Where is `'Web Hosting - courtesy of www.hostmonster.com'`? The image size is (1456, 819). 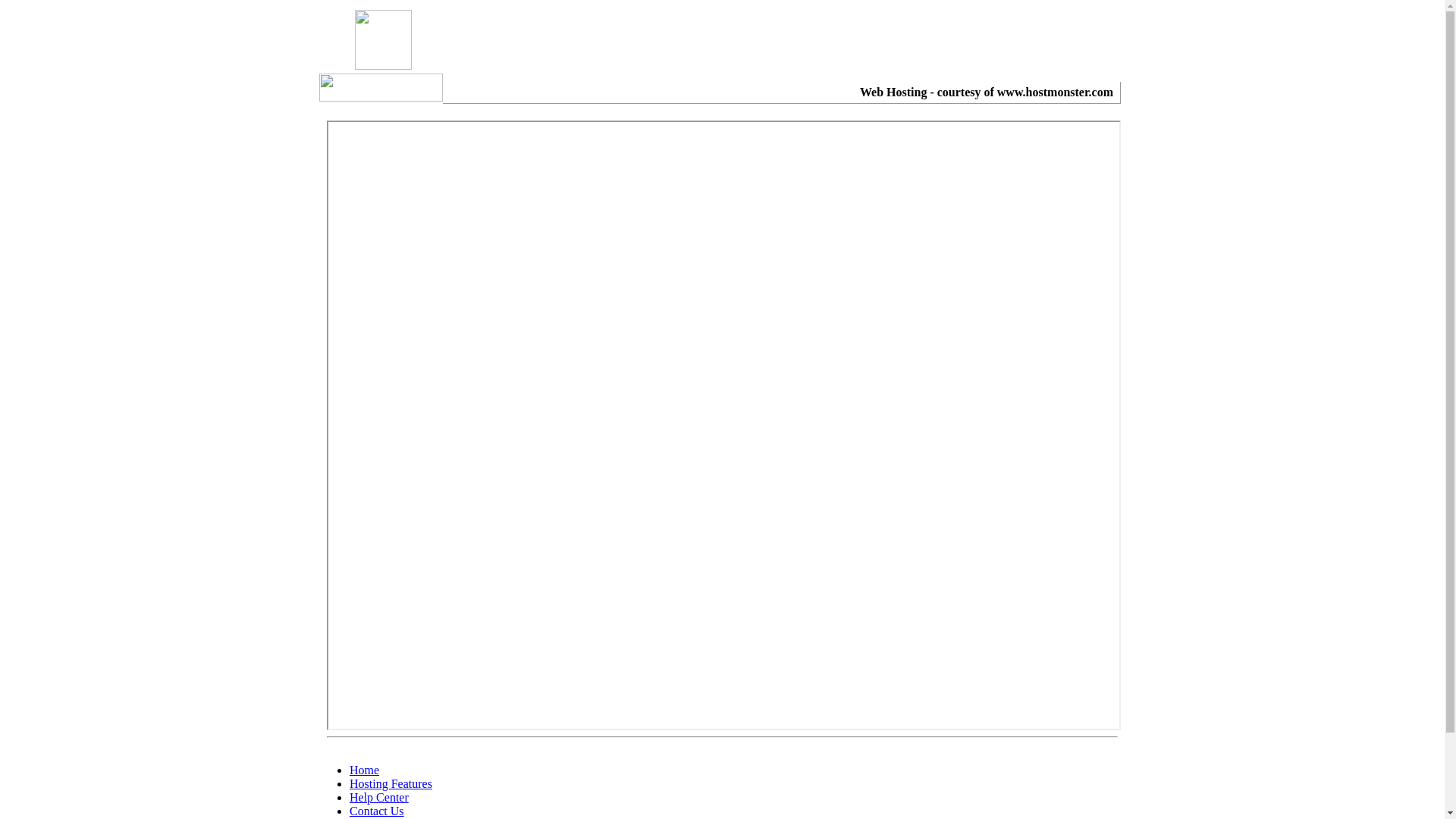 'Web Hosting - courtesy of www.hostmonster.com' is located at coordinates (986, 92).